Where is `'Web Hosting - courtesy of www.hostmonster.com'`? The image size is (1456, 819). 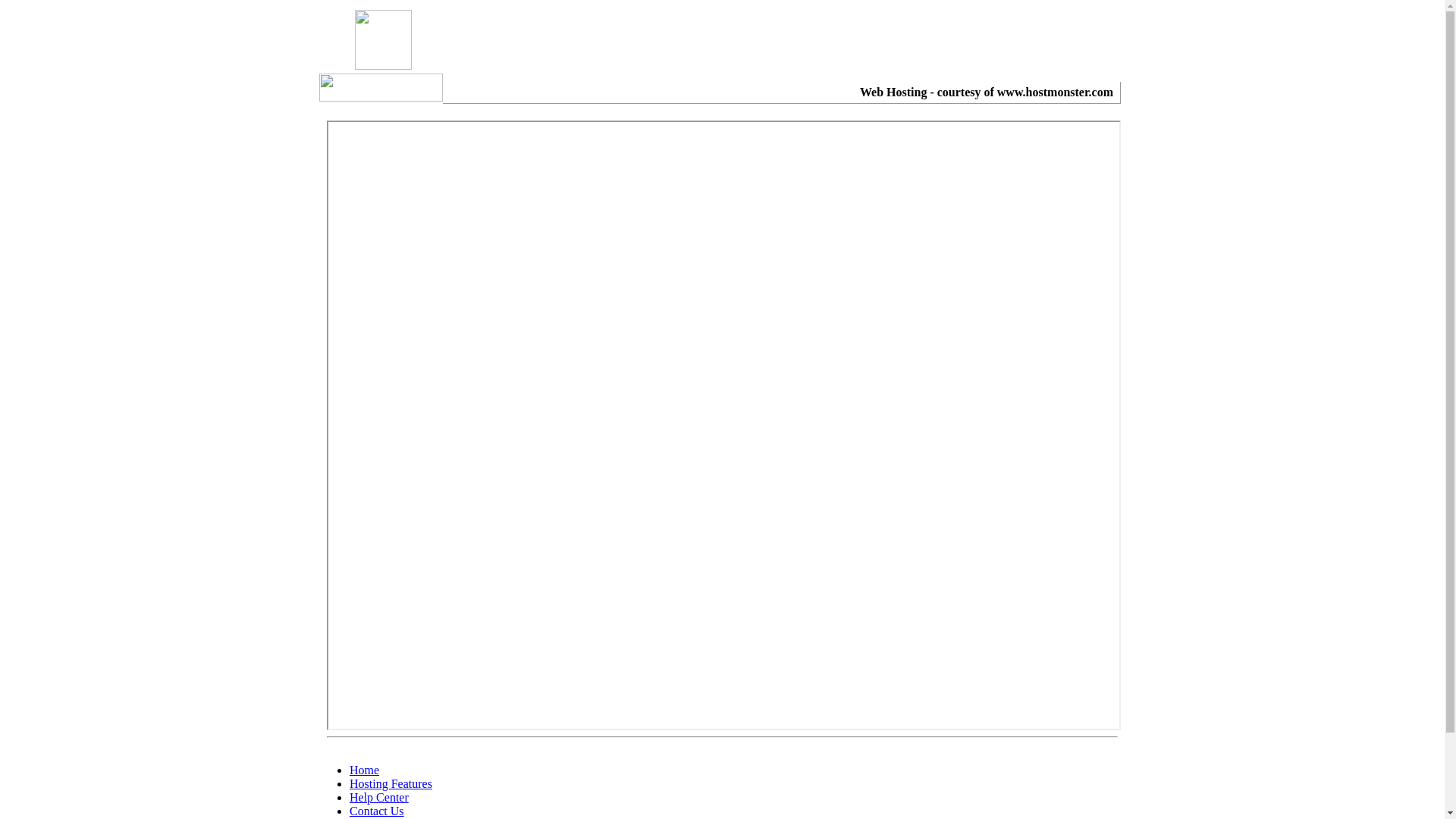 'Web Hosting - courtesy of www.hostmonster.com' is located at coordinates (986, 92).